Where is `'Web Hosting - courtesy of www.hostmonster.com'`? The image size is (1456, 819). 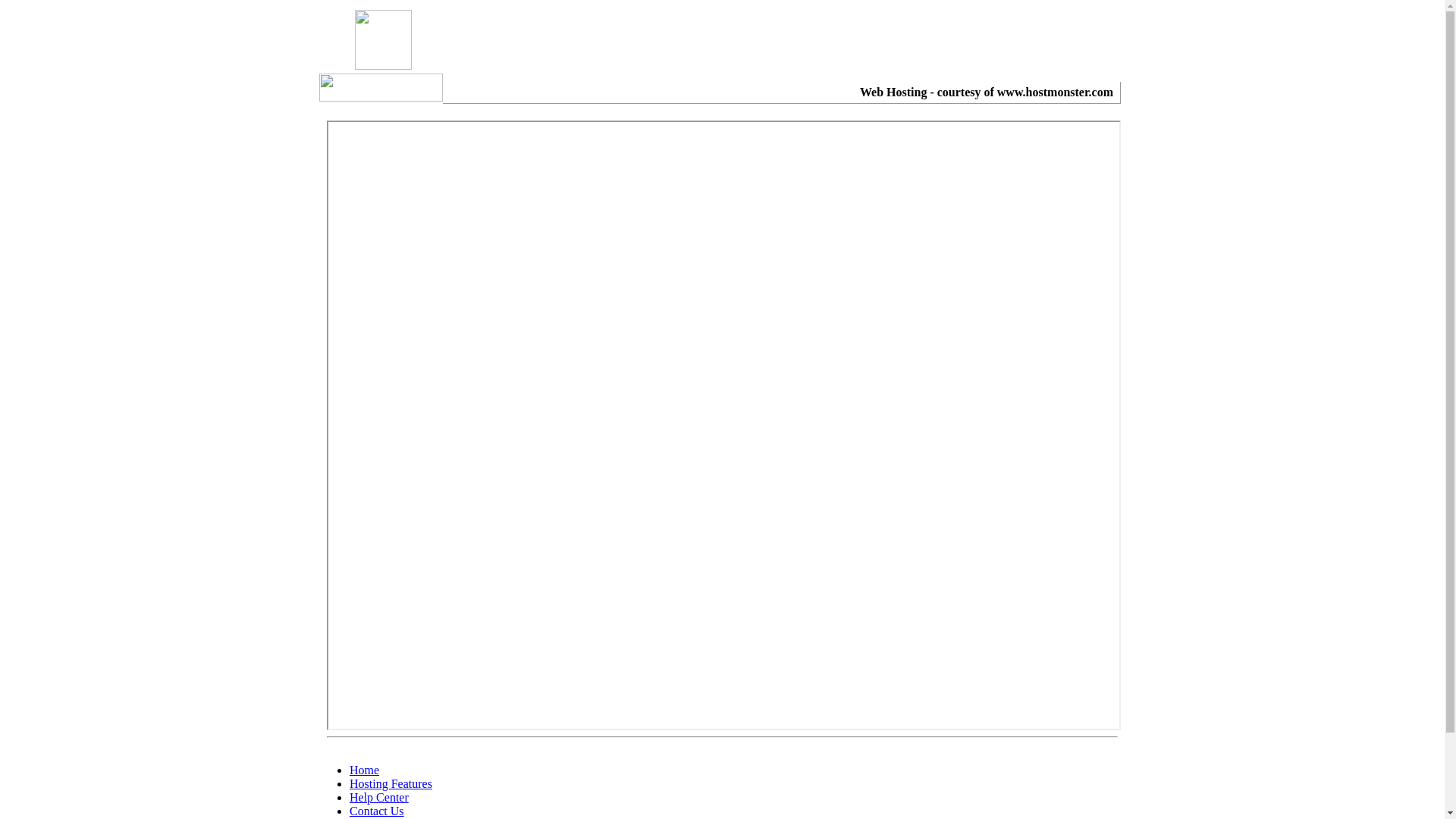 'Web Hosting - courtesy of www.hostmonster.com' is located at coordinates (986, 92).